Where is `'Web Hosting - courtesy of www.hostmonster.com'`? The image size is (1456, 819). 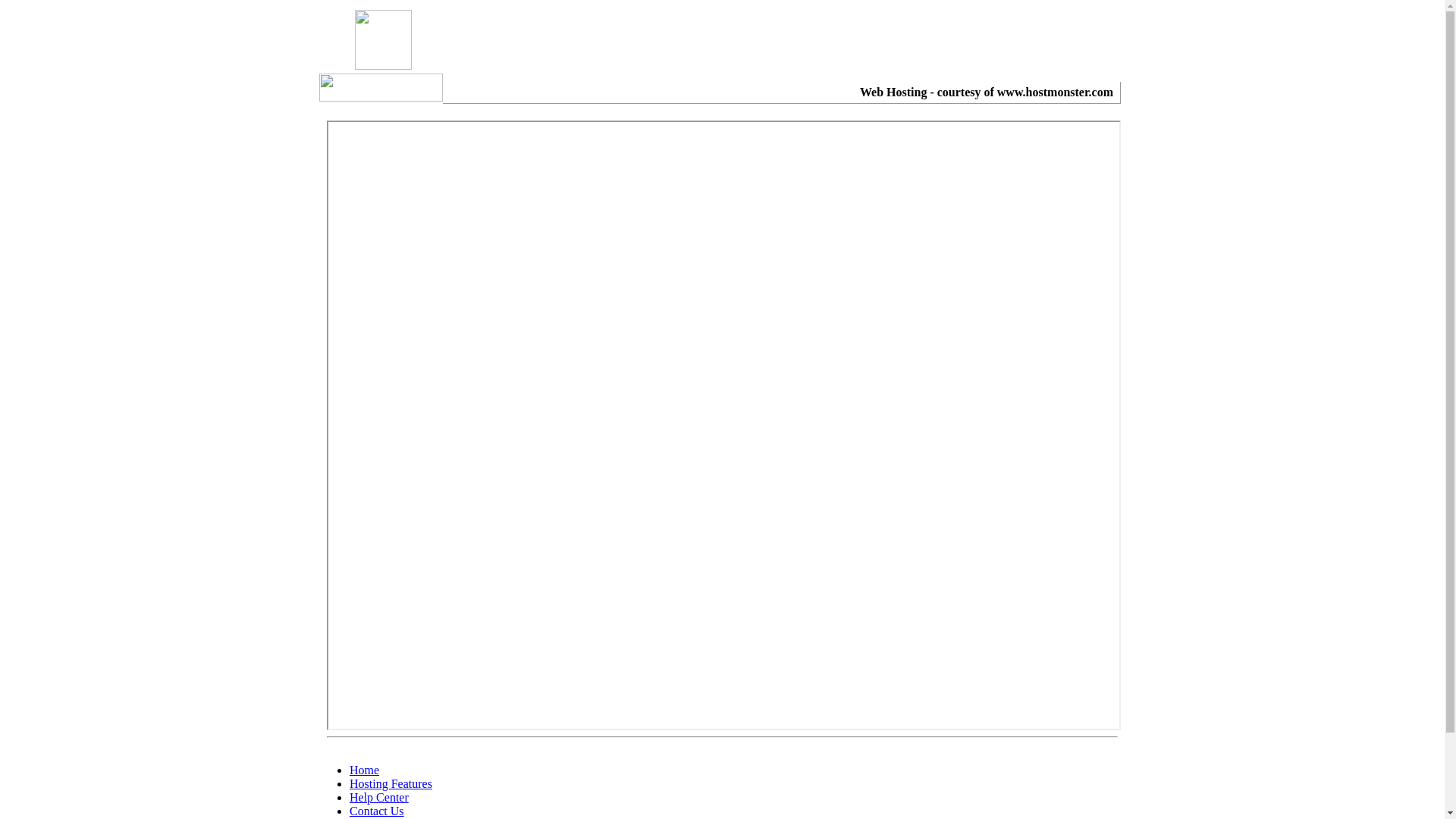 'Web Hosting - courtesy of www.hostmonster.com' is located at coordinates (986, 92).